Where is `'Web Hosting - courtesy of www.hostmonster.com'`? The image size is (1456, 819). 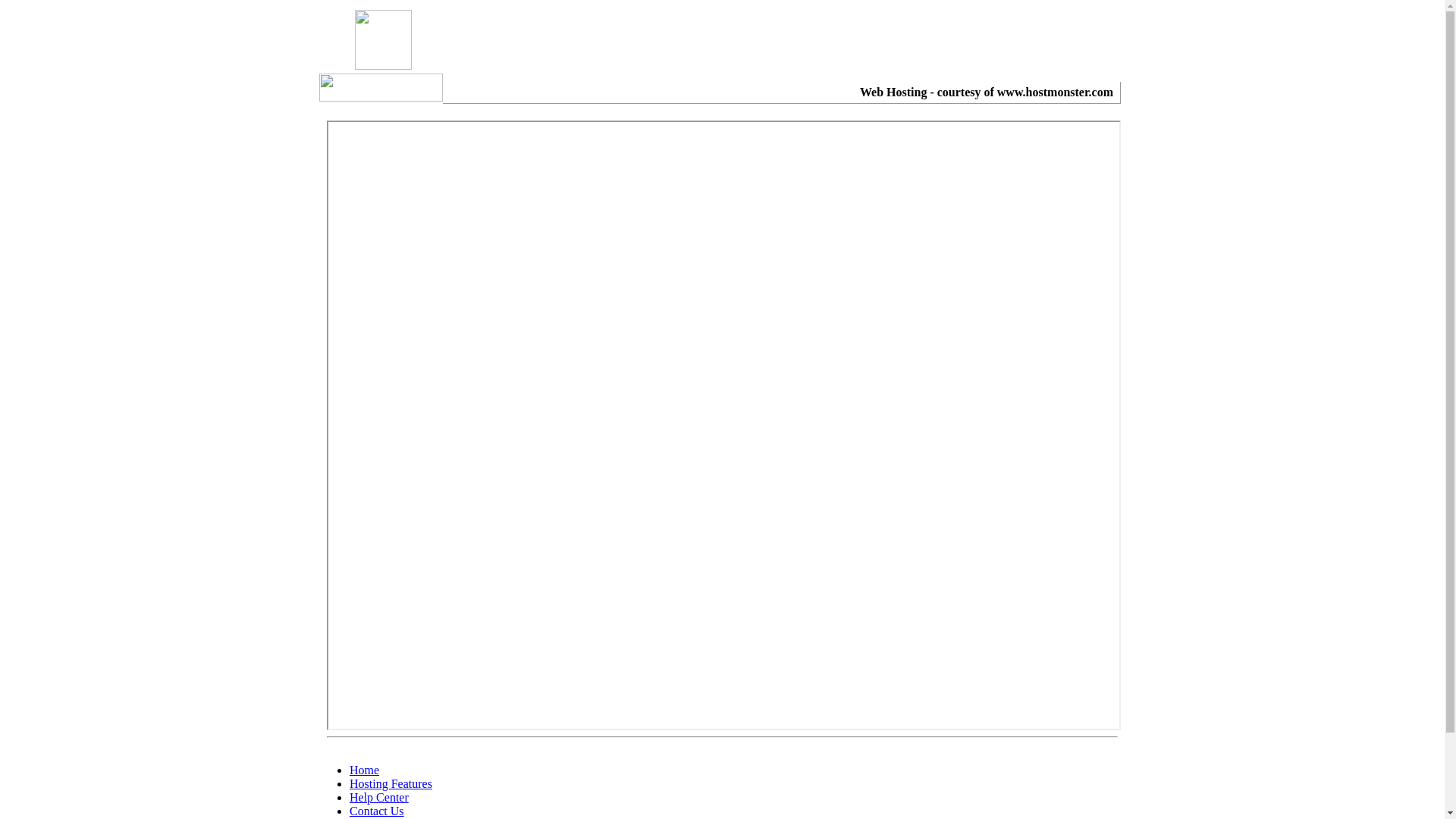 'Web Hosting - courtesy of www.hostmonster.com' is located at coordinates (986, 92).